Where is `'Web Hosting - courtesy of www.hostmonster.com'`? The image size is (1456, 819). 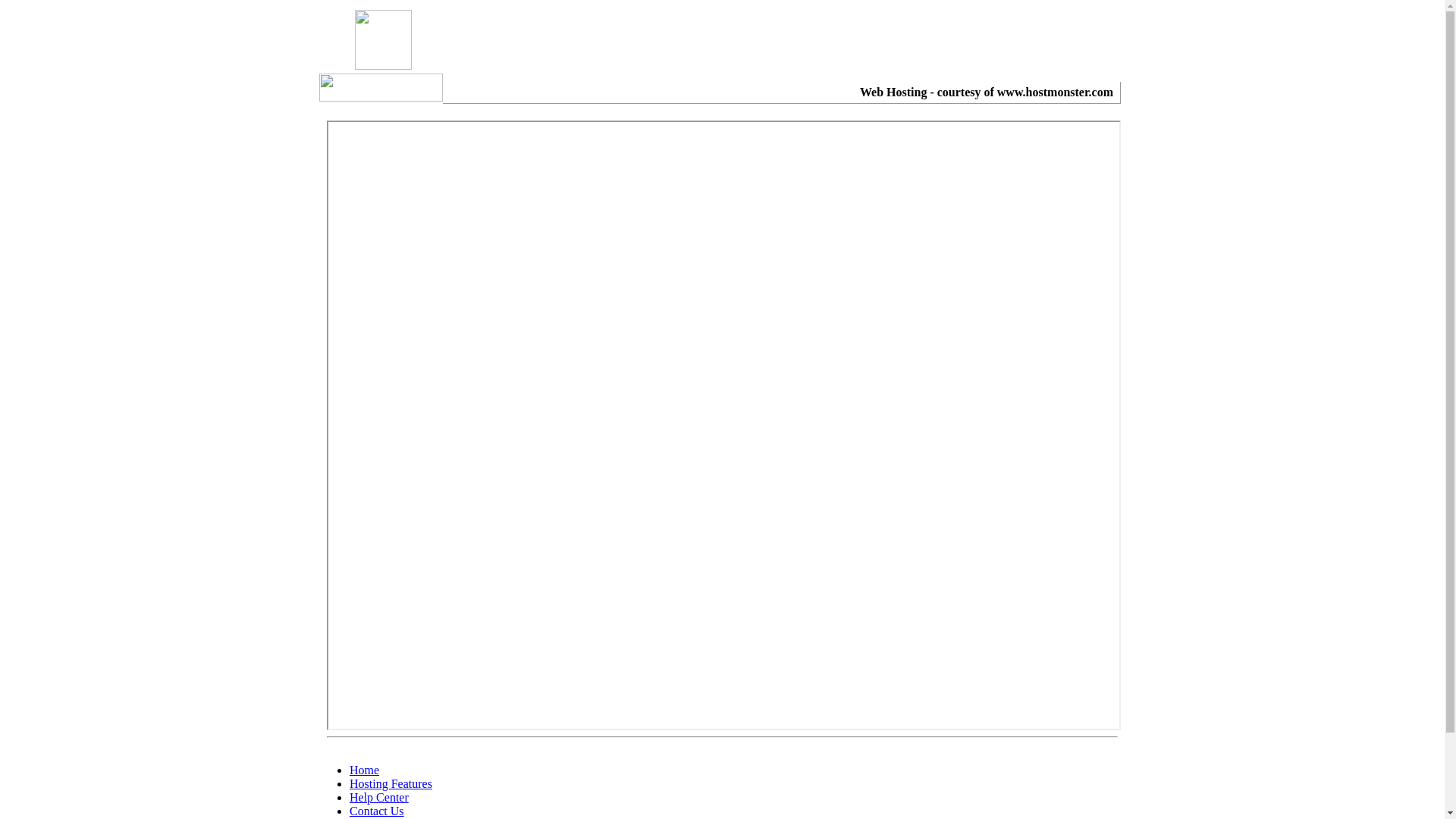 'Web Hosting - courtesy of www.hostmonster.com' is located at coordinates (986, 92).